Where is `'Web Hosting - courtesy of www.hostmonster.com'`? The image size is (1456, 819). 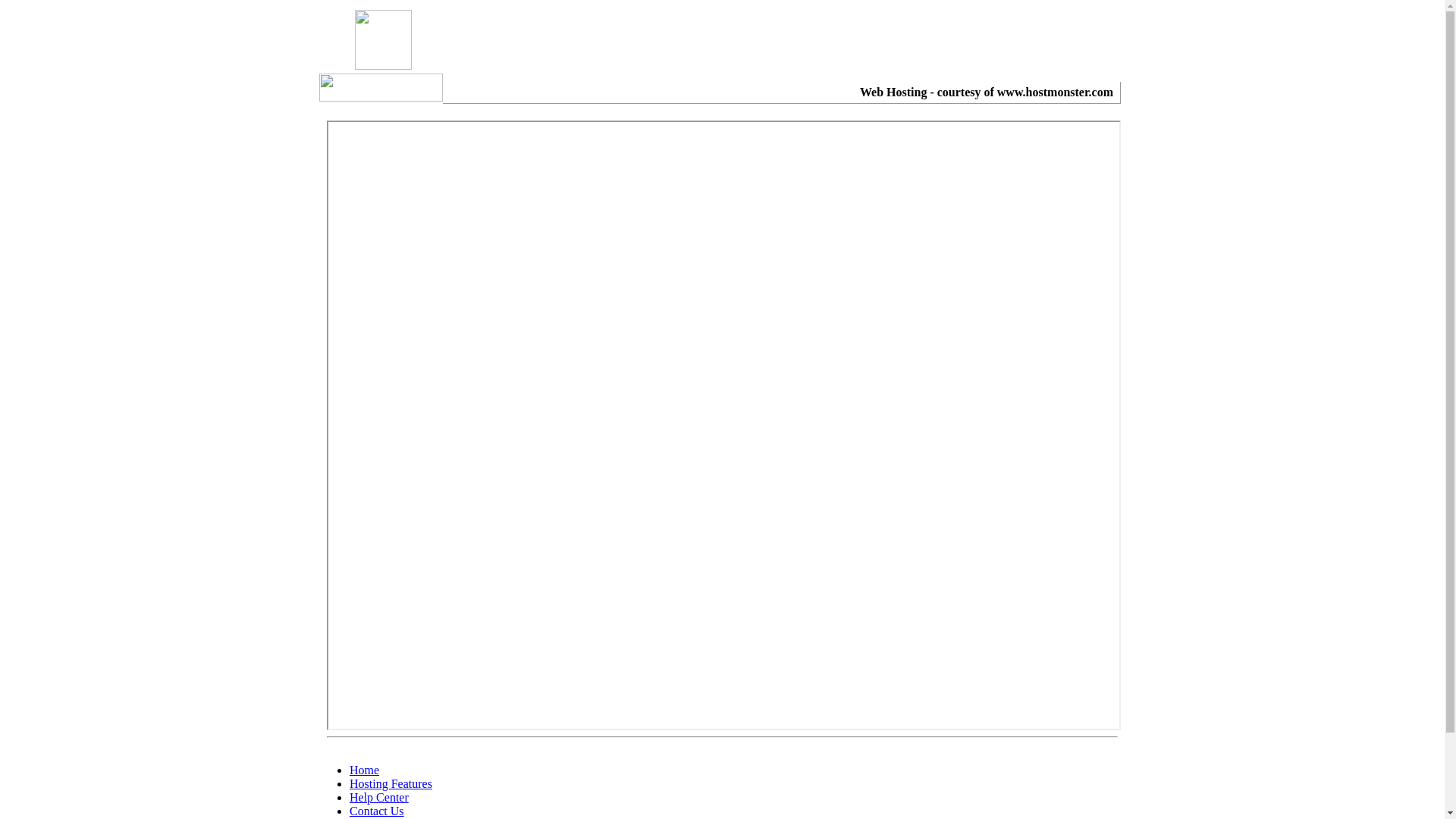 'Web Hosting - courtesy of www.hostmonster.com' is located at coordinates (986, 92).